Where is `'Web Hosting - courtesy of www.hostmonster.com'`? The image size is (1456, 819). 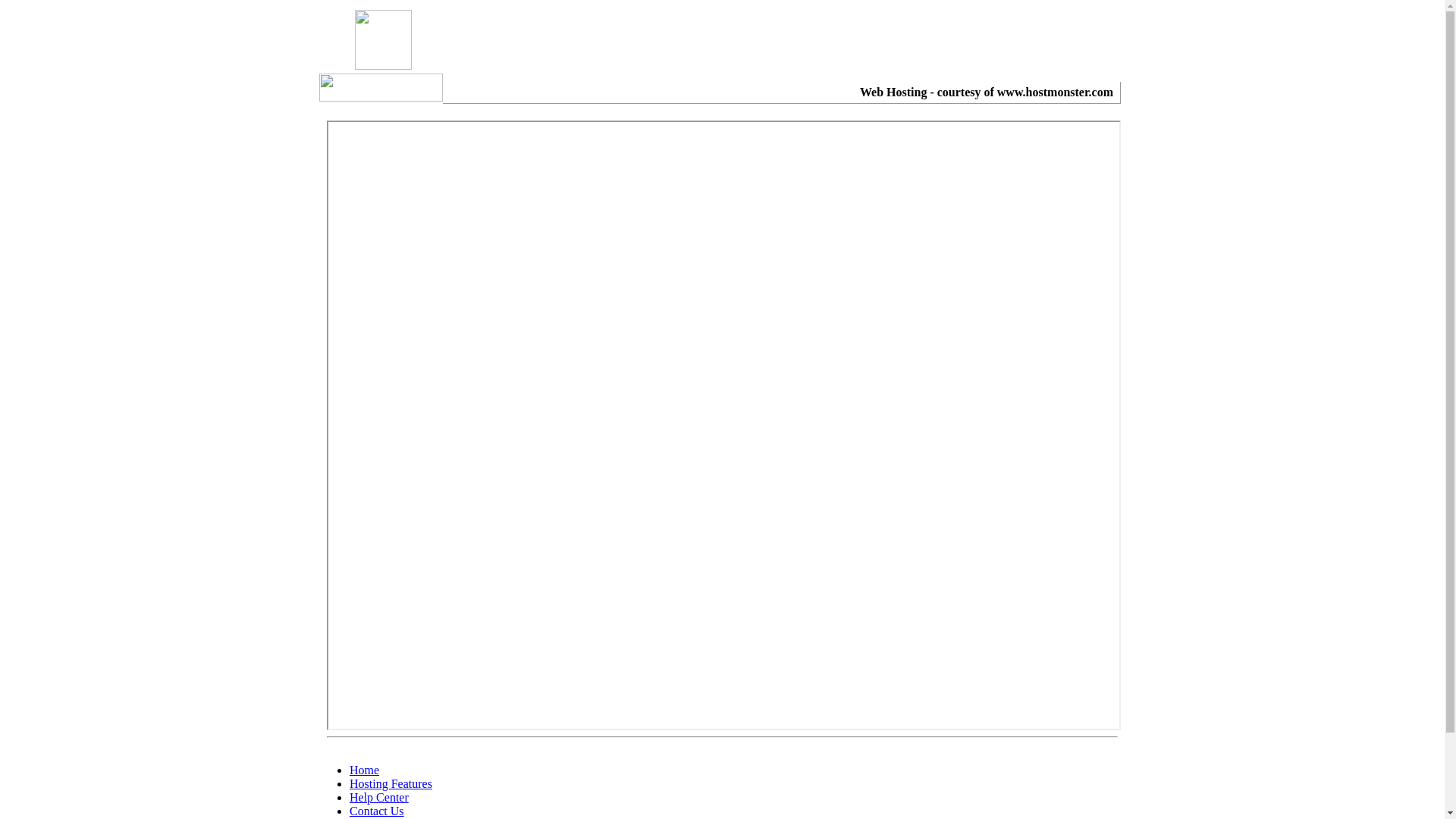 'Web Hosting - courtesy of www.hostmonster.com' is located at coordinates (986, 92).